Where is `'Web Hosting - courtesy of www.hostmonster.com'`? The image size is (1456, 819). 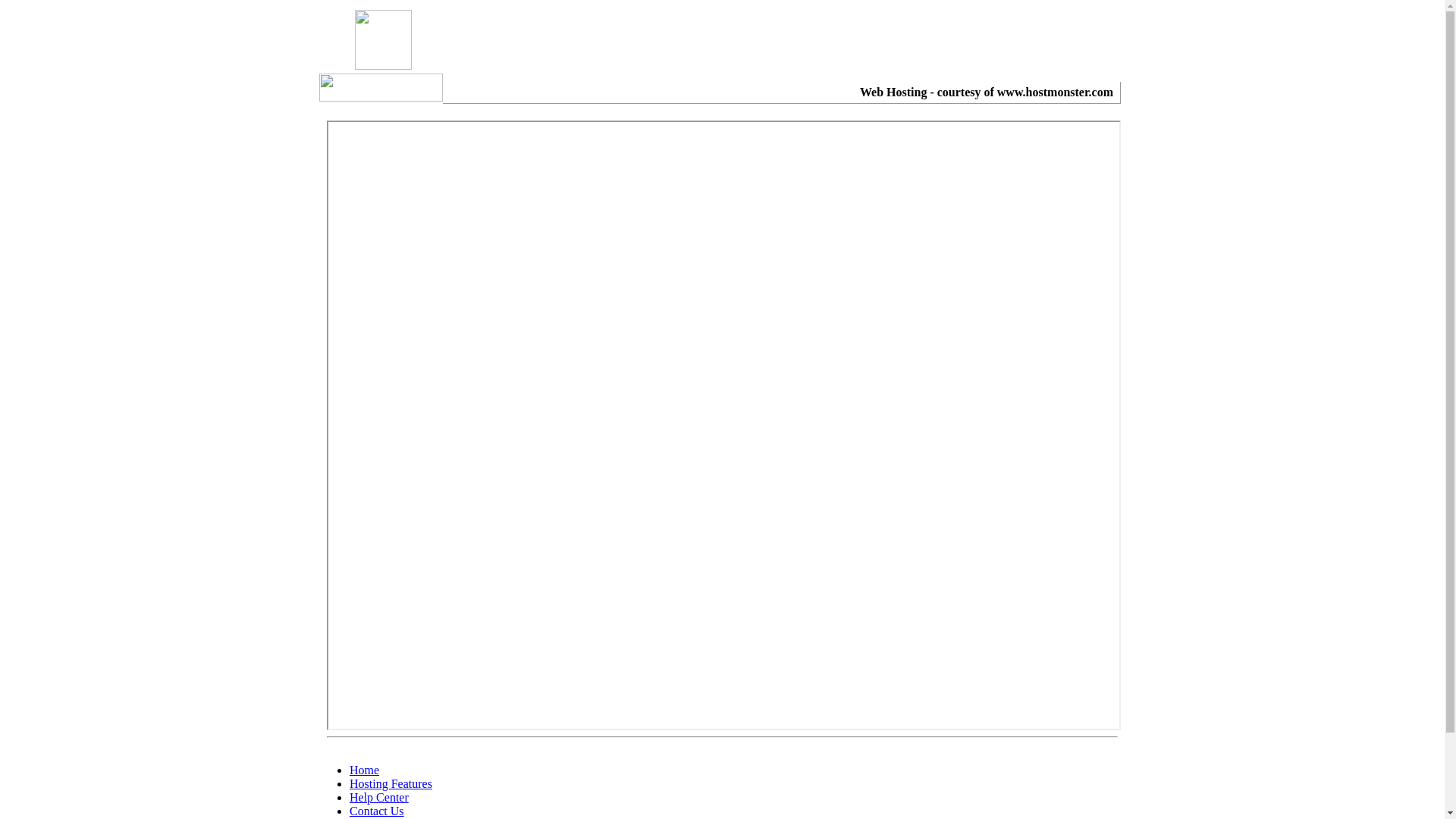 'Web Hosting - courtesy of www.hostmonster.com' is located at coordinates (986, 92).